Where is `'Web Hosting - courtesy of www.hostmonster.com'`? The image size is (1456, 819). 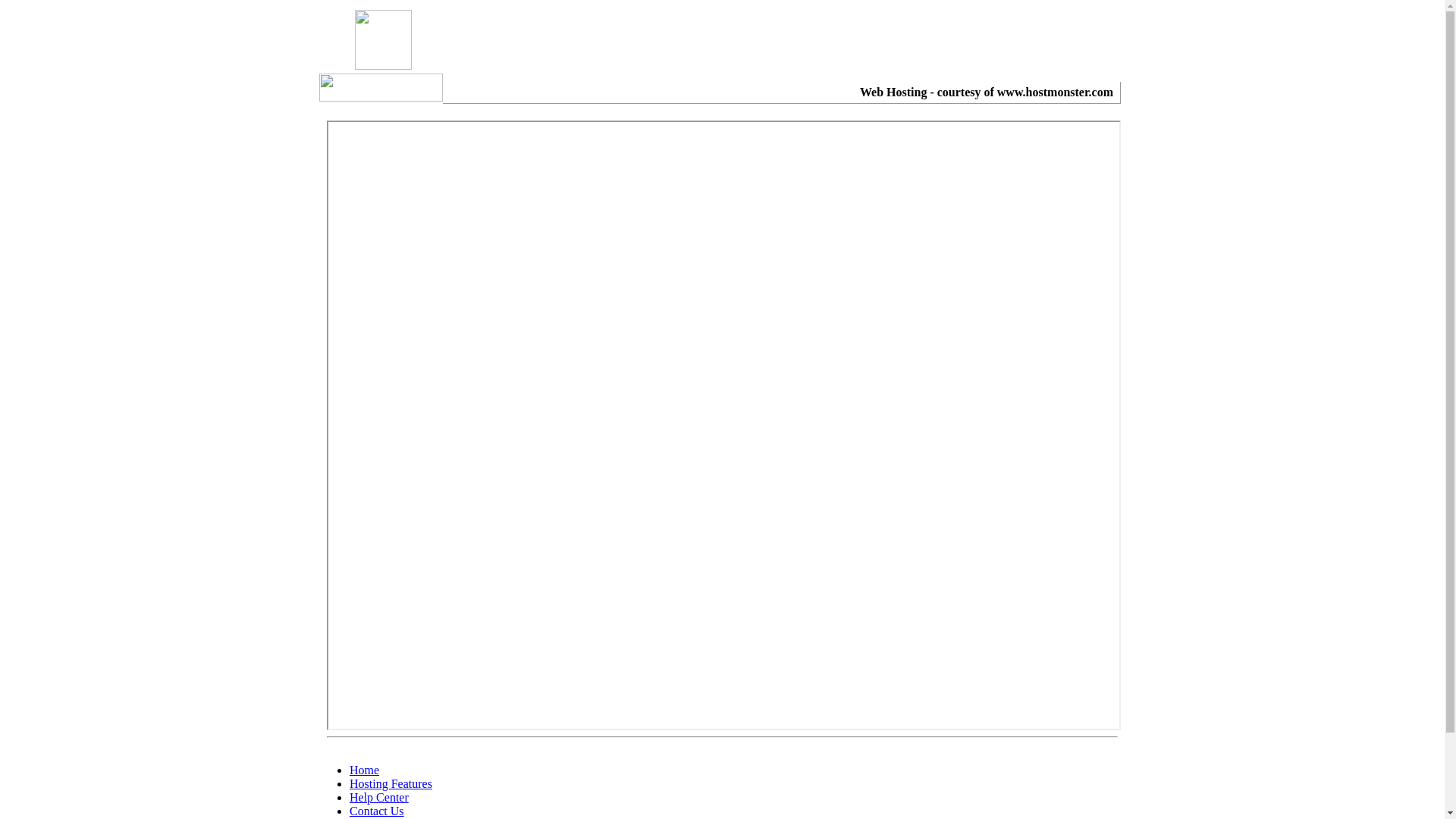 'Web Hosting - courtesy of www.hostmonster.com' is located at coordinates (986, 92).